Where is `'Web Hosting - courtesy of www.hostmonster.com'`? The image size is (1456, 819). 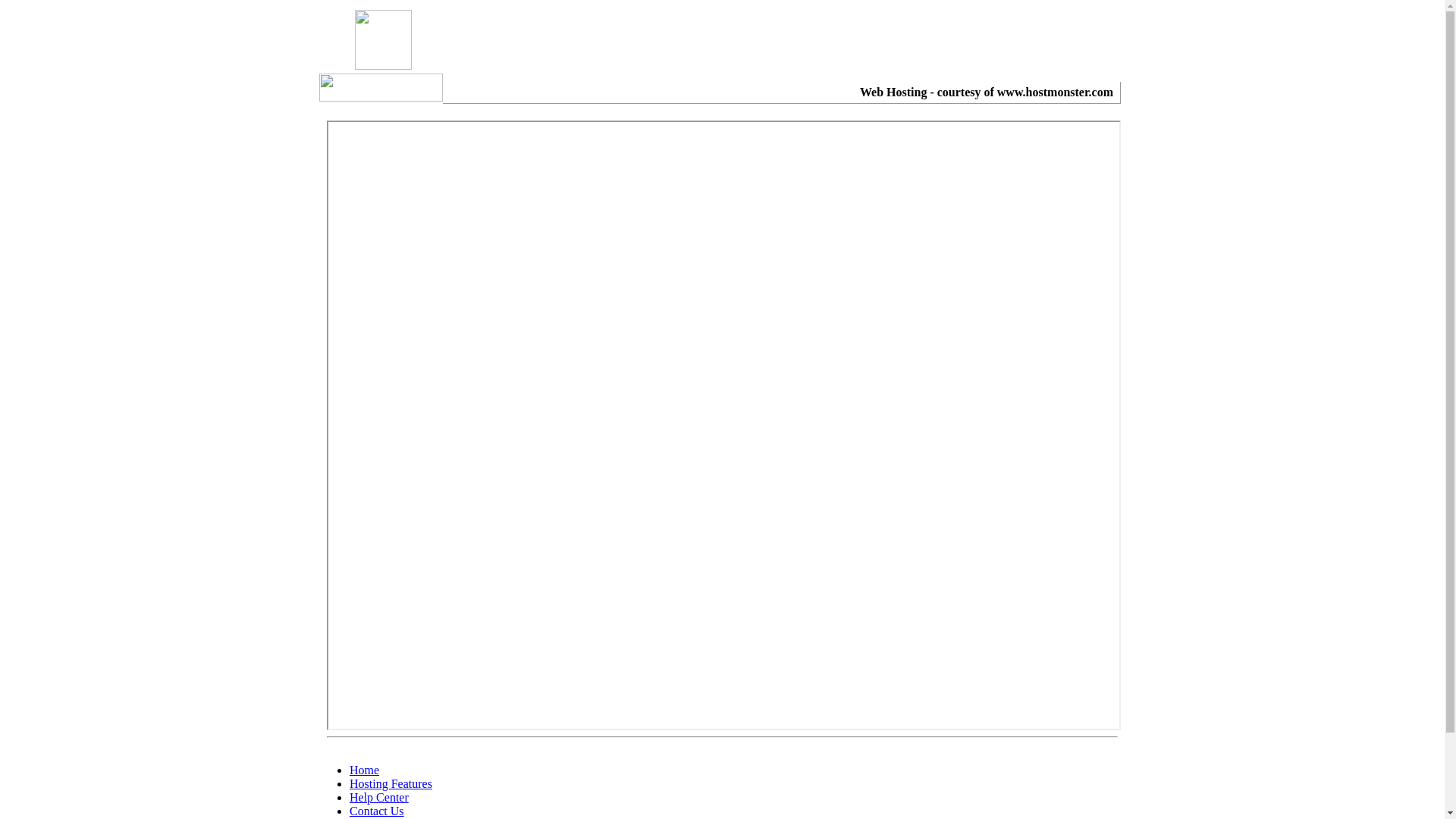 'Web Hosting - courtesy of www.hostmonster.com' is located at coordinates (986, 92).